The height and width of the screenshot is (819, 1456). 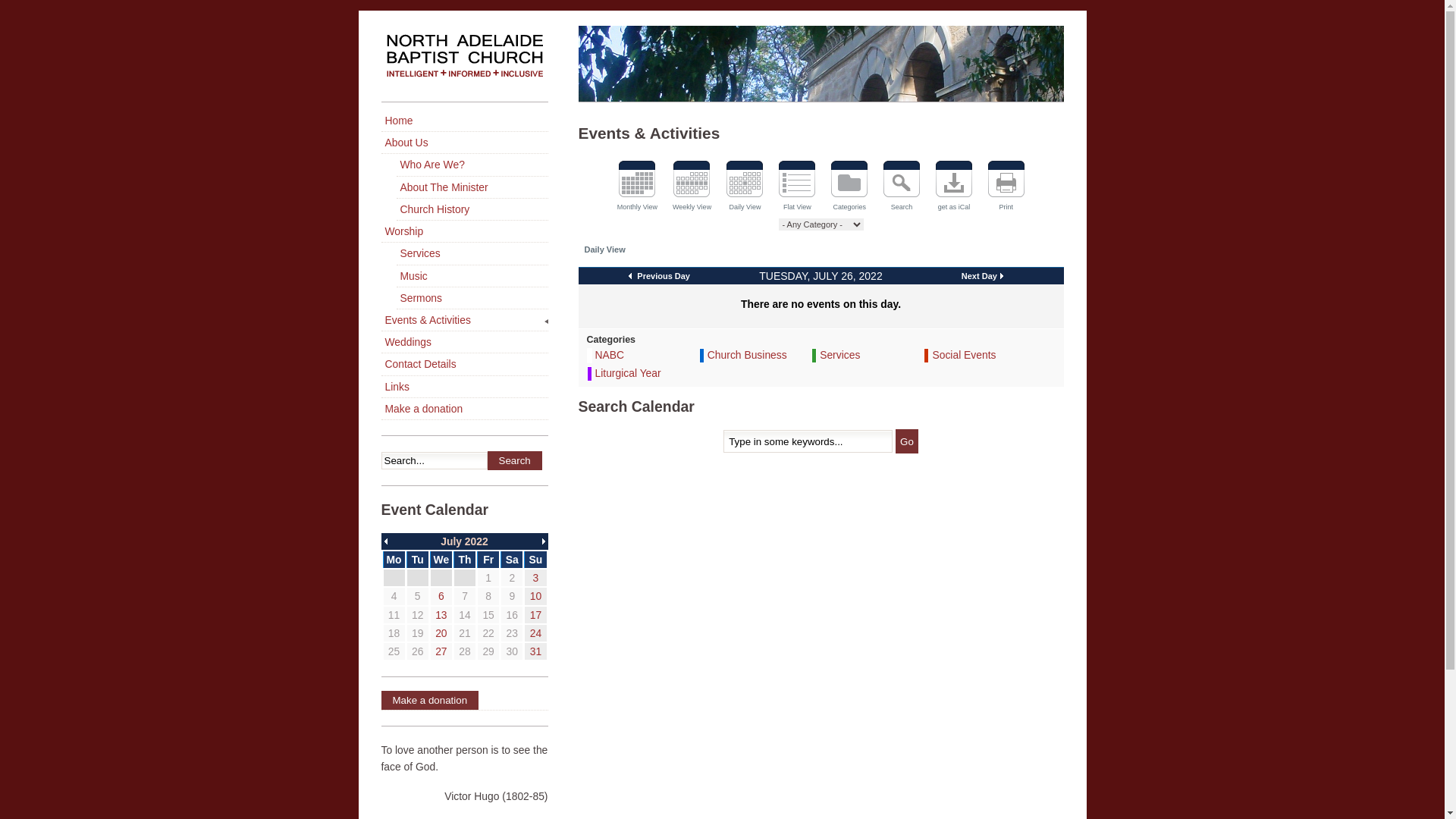 What do you see at coordinates (535, 595) in the screenshot?
I see `'10'` at bounding box center [535, 595].